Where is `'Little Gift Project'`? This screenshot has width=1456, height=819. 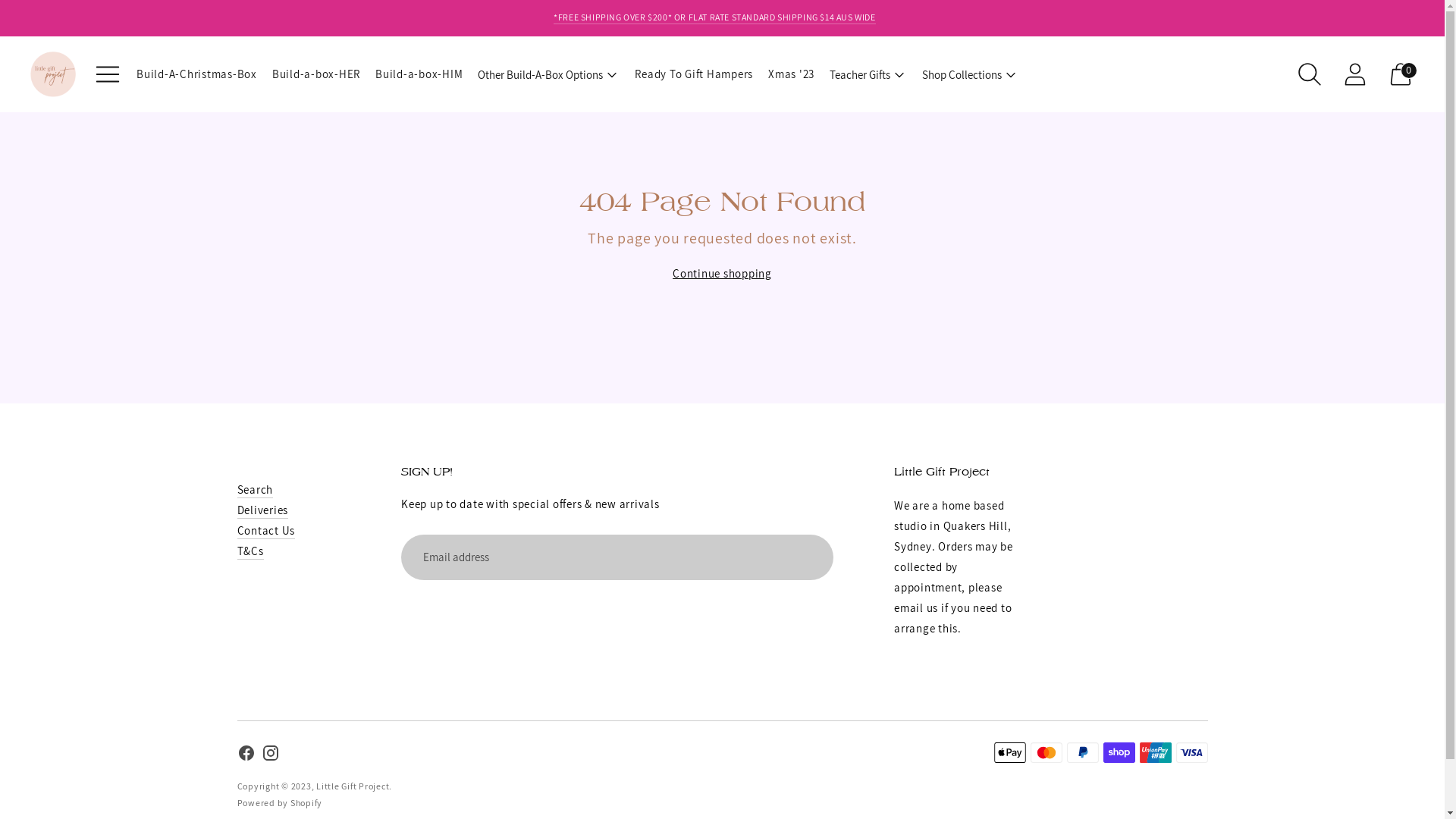
'Little Gift Project' is located at coordinates (315, 785).